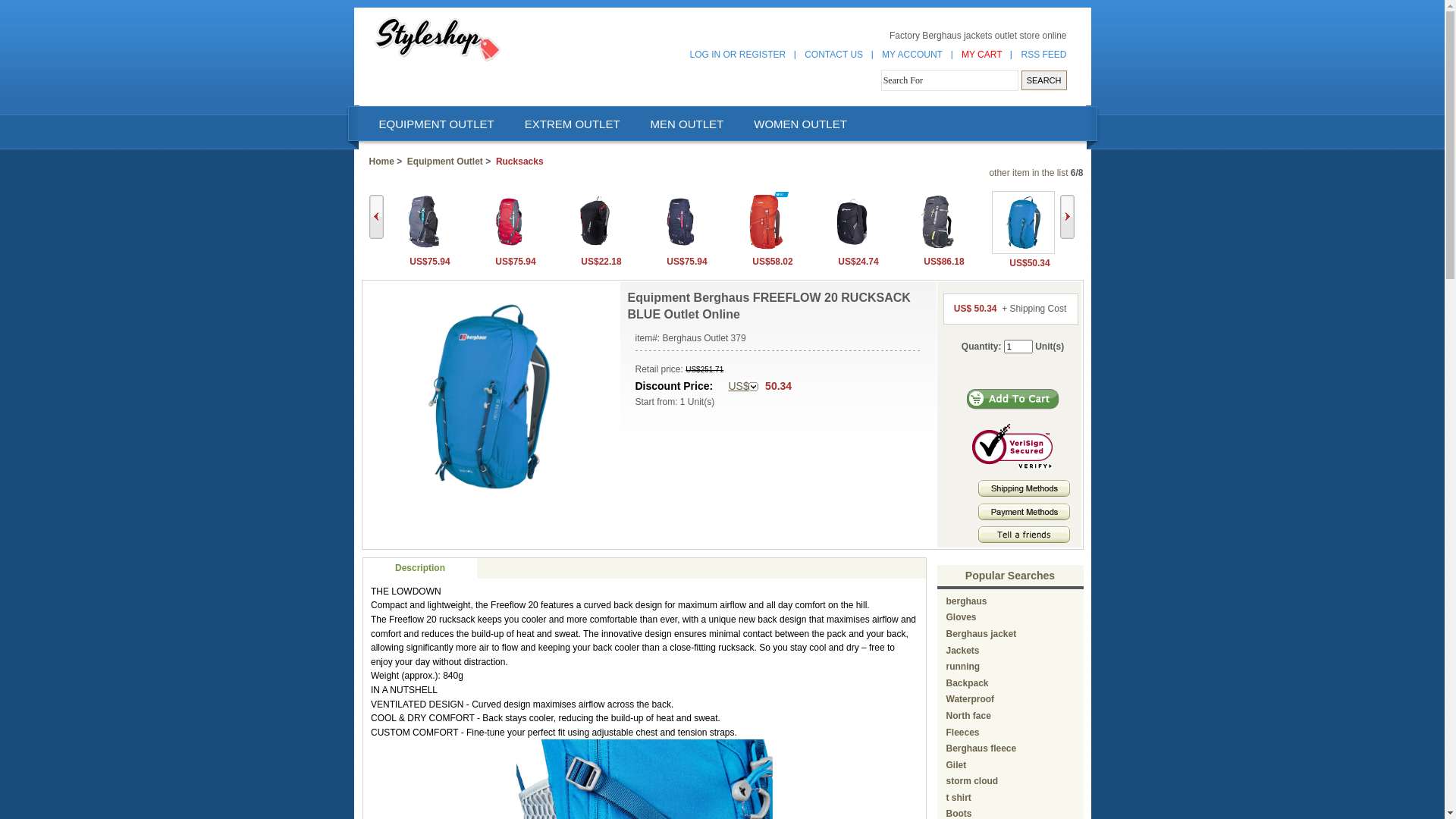 The height and width of the screenshot is (819, 1456). Describe the element at coordinates (738, 54) in the screenshot. I see `'LOG IN OR REGISTER'` at that location.